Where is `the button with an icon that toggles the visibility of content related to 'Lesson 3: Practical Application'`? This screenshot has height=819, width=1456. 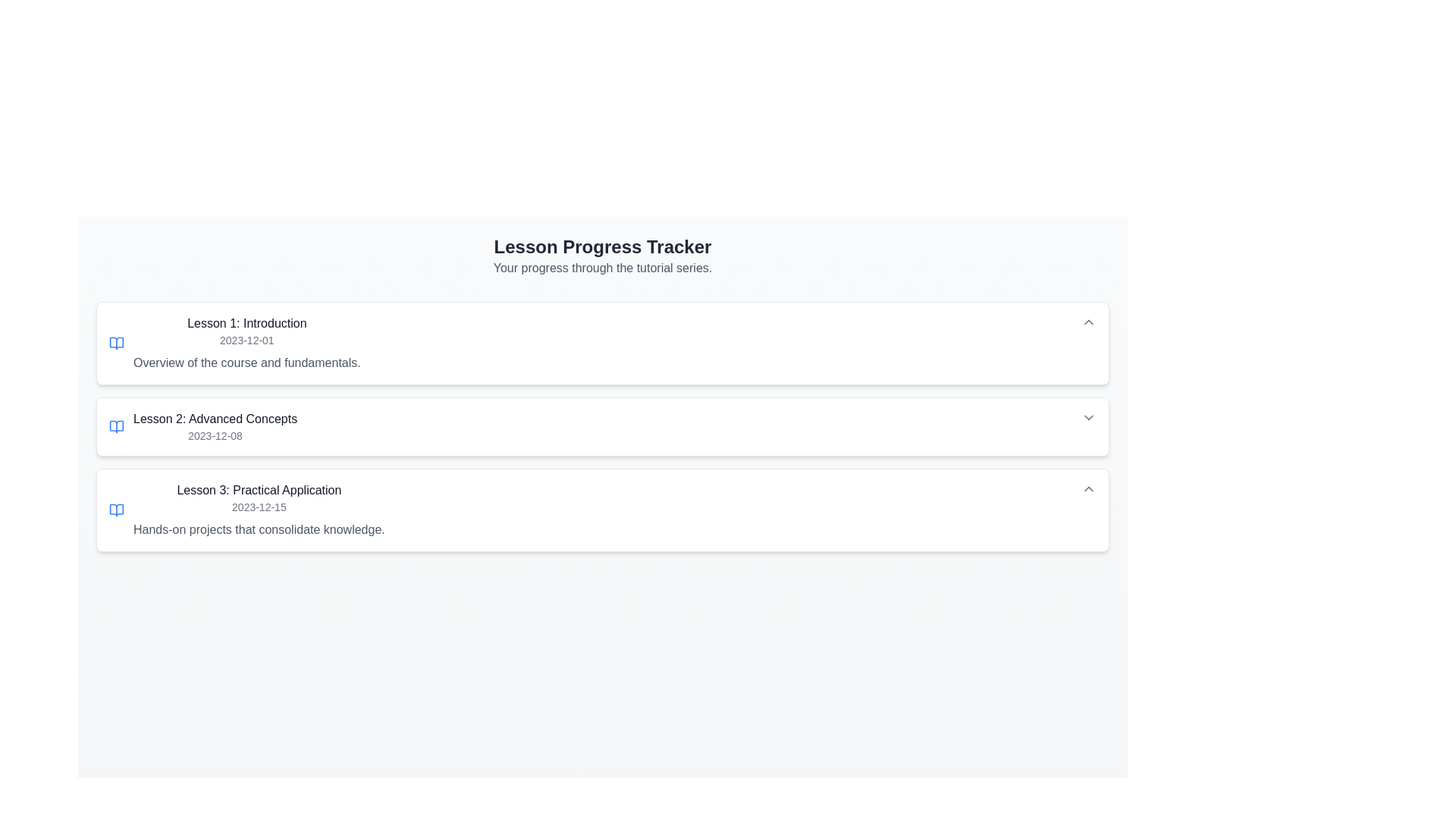
the button with an icon that toggles the visibility of content related to 'Lesson 3: Practical Application' is located at coordinates (1087, 488).